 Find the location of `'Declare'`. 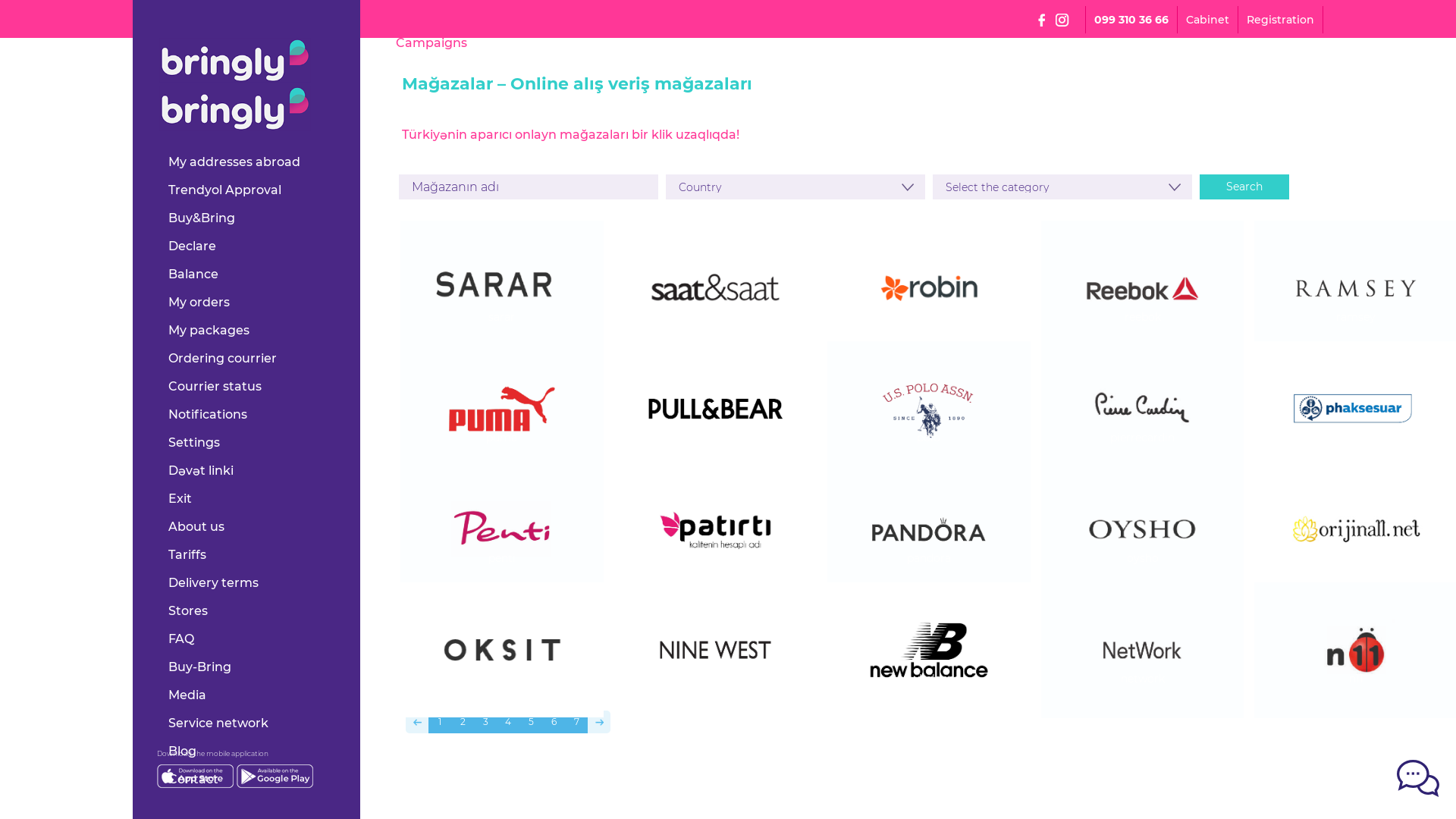

'Declare' is located at coordinates (191, 245).